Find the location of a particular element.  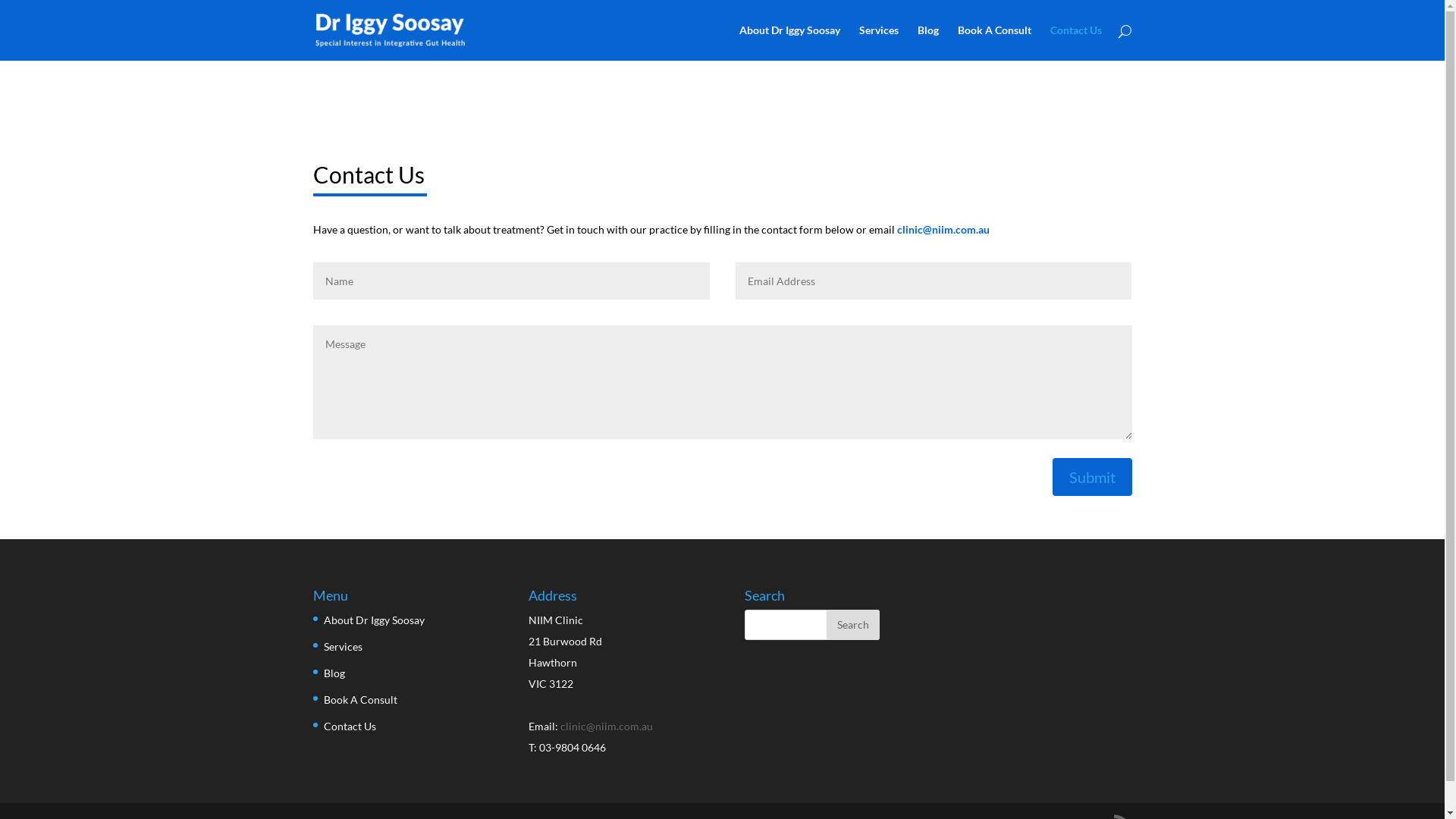

'Search' is located at coordinates (852, 625).